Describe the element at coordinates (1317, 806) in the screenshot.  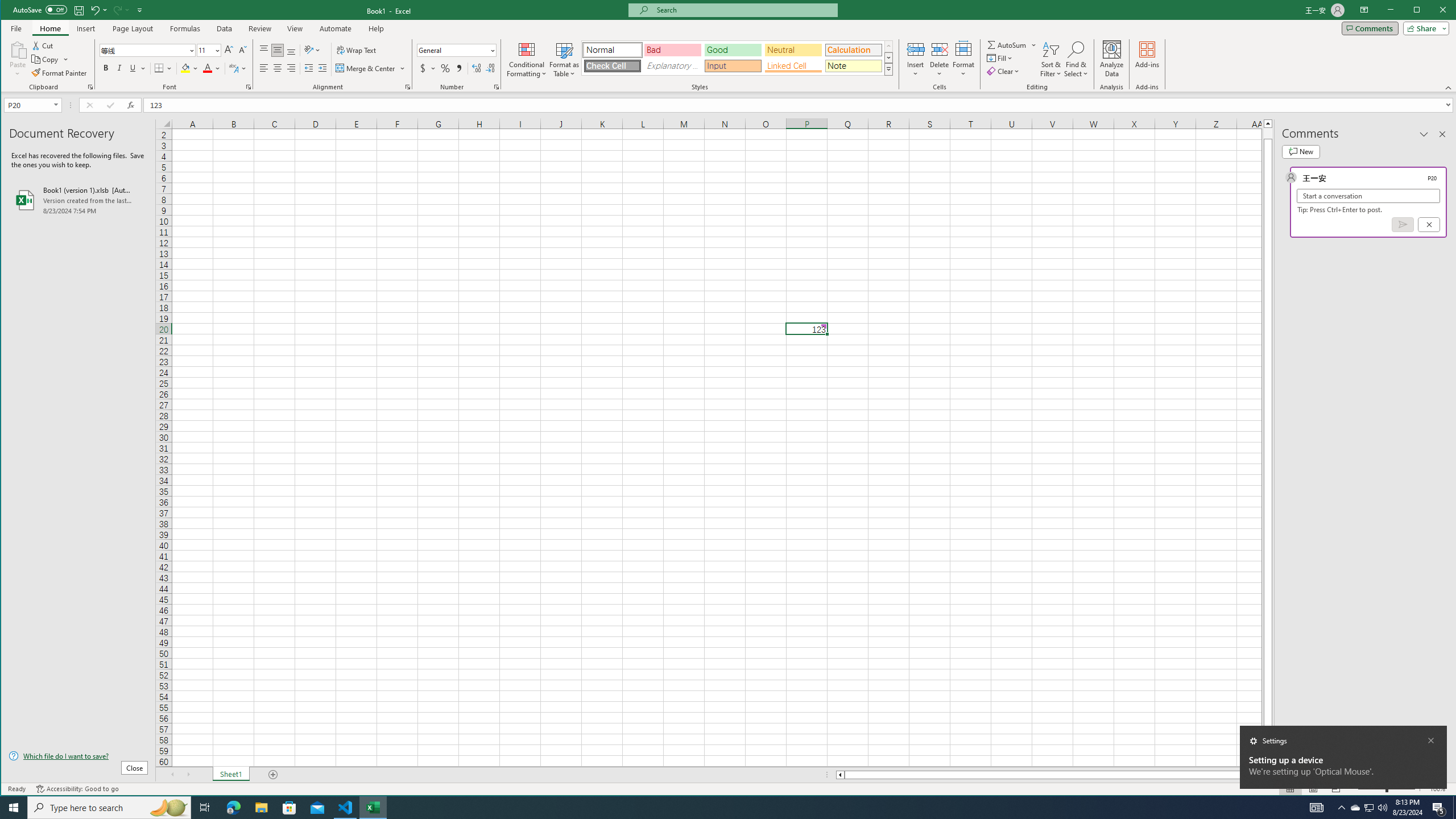
I see `'AutomationID: 4105'` at that location.